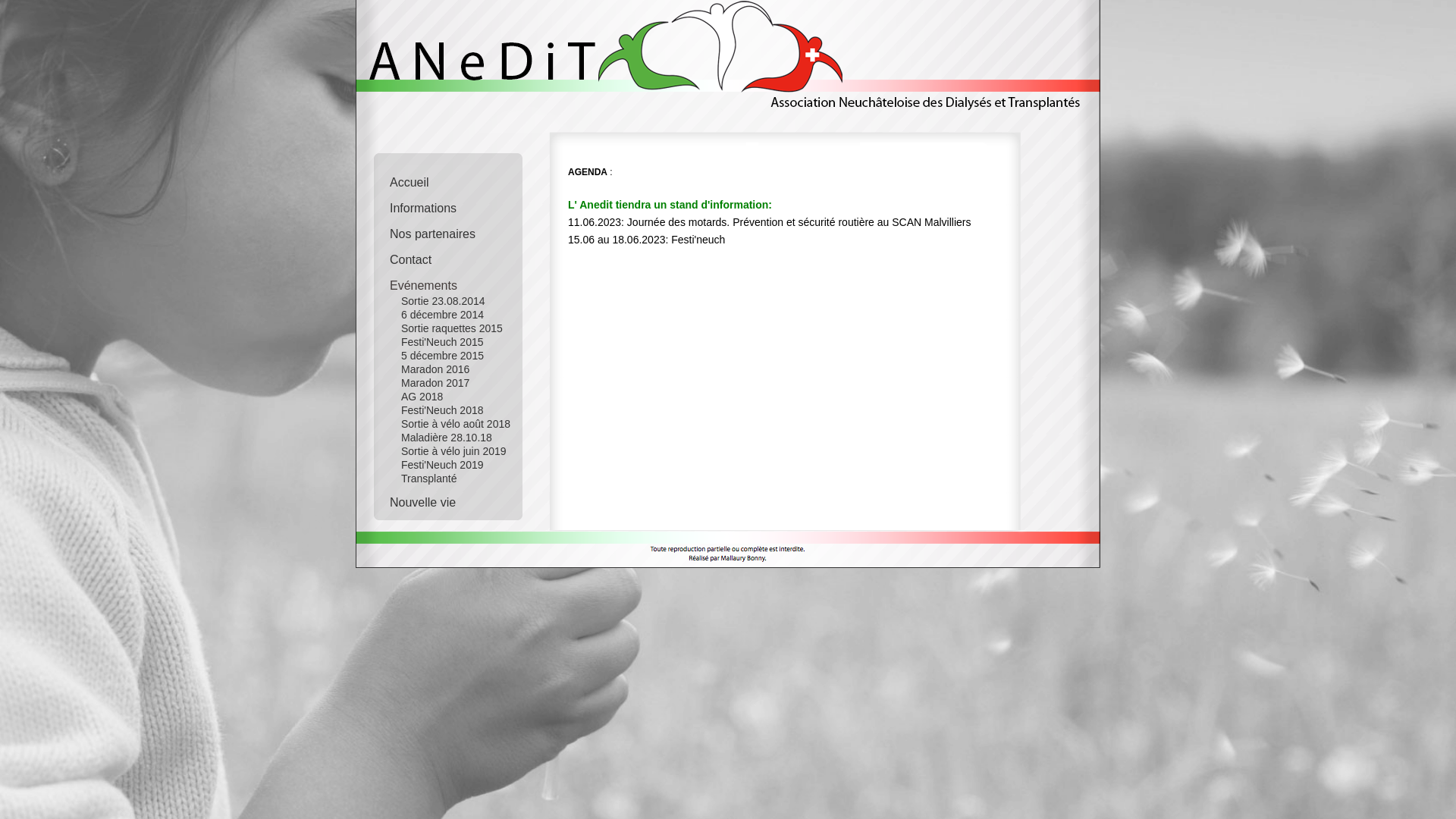 This screenshot has width=1456, height=819. I want to click on 'Maradon 2017', so click(446, 382).